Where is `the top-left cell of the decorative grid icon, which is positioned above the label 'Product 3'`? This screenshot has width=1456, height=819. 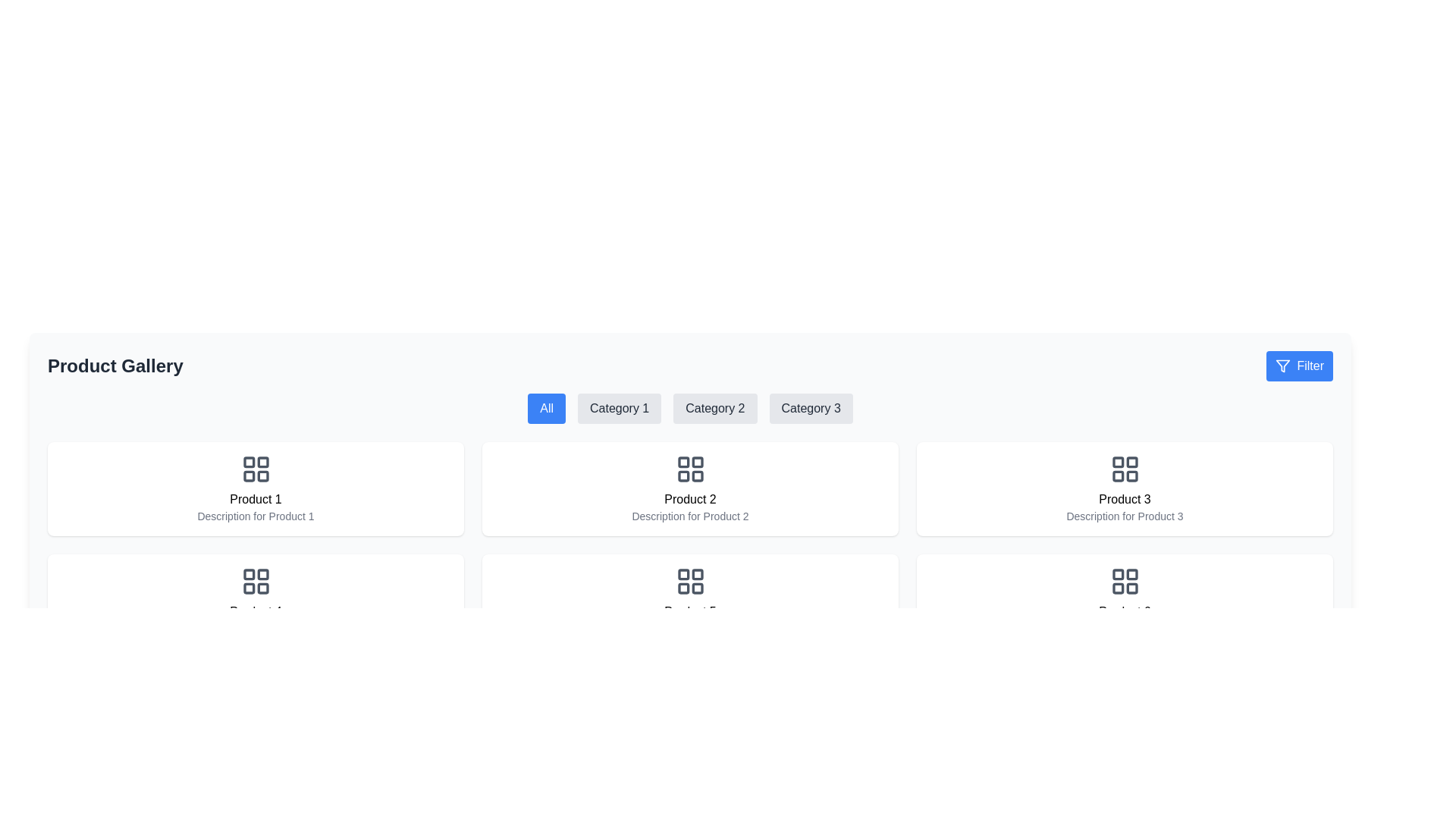 the top-left cell of the decorative grid icon, which is positioned above the label 'Product 3' is located at coordinates (1118, 461).